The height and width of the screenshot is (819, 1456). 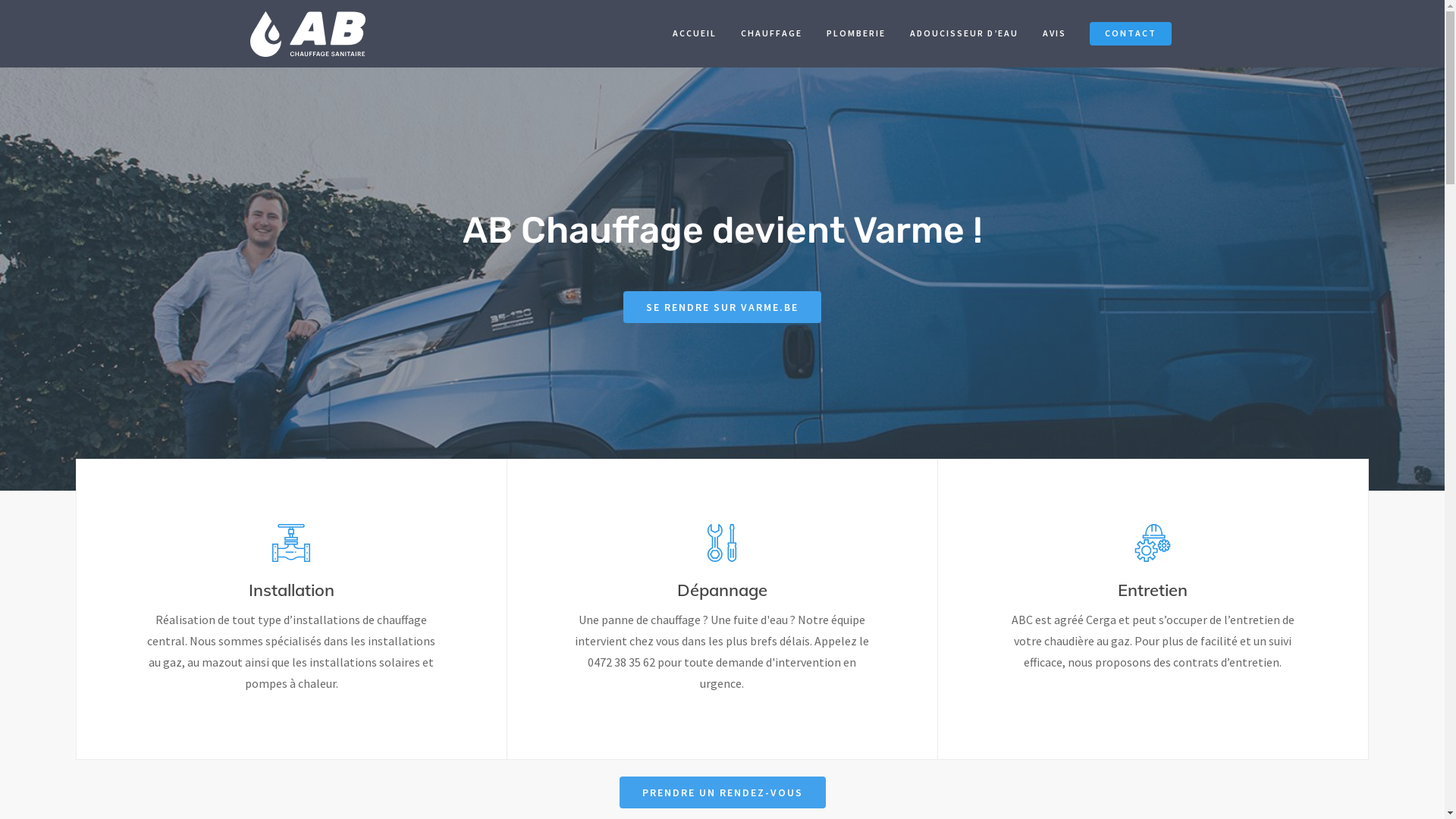 What do you see at coordinates (855, 38) in the screenshot?
I see `'PLOMBERIE'` at bounding box center [855, 38].